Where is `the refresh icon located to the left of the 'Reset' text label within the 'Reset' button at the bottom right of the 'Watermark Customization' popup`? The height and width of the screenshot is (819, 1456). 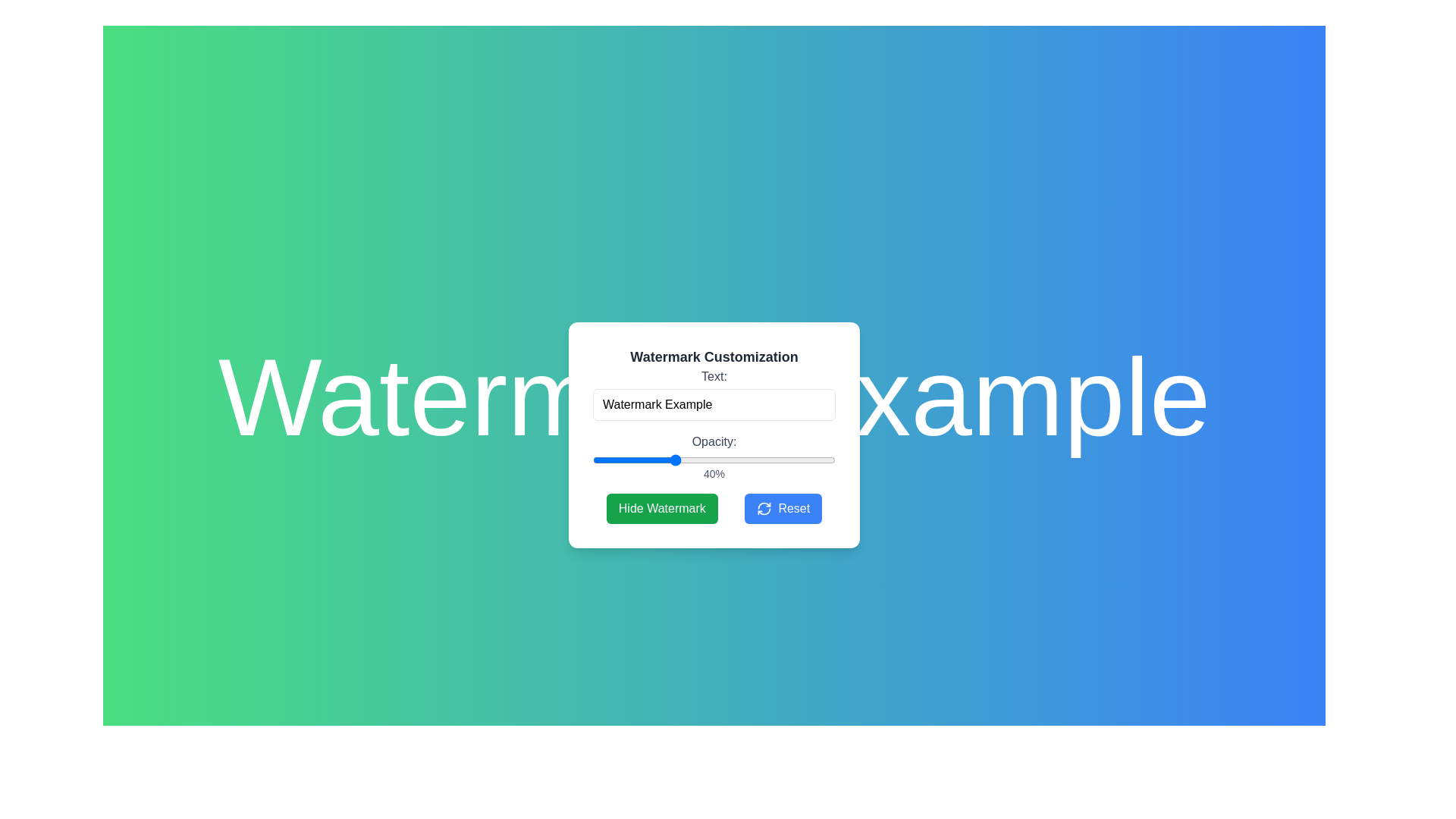
the refresh icon located to the left of the 'Reset' text label within the 'Reset' button at the bottom right of the 'Watermark Customization' popup is located at coordinates (764, 509).